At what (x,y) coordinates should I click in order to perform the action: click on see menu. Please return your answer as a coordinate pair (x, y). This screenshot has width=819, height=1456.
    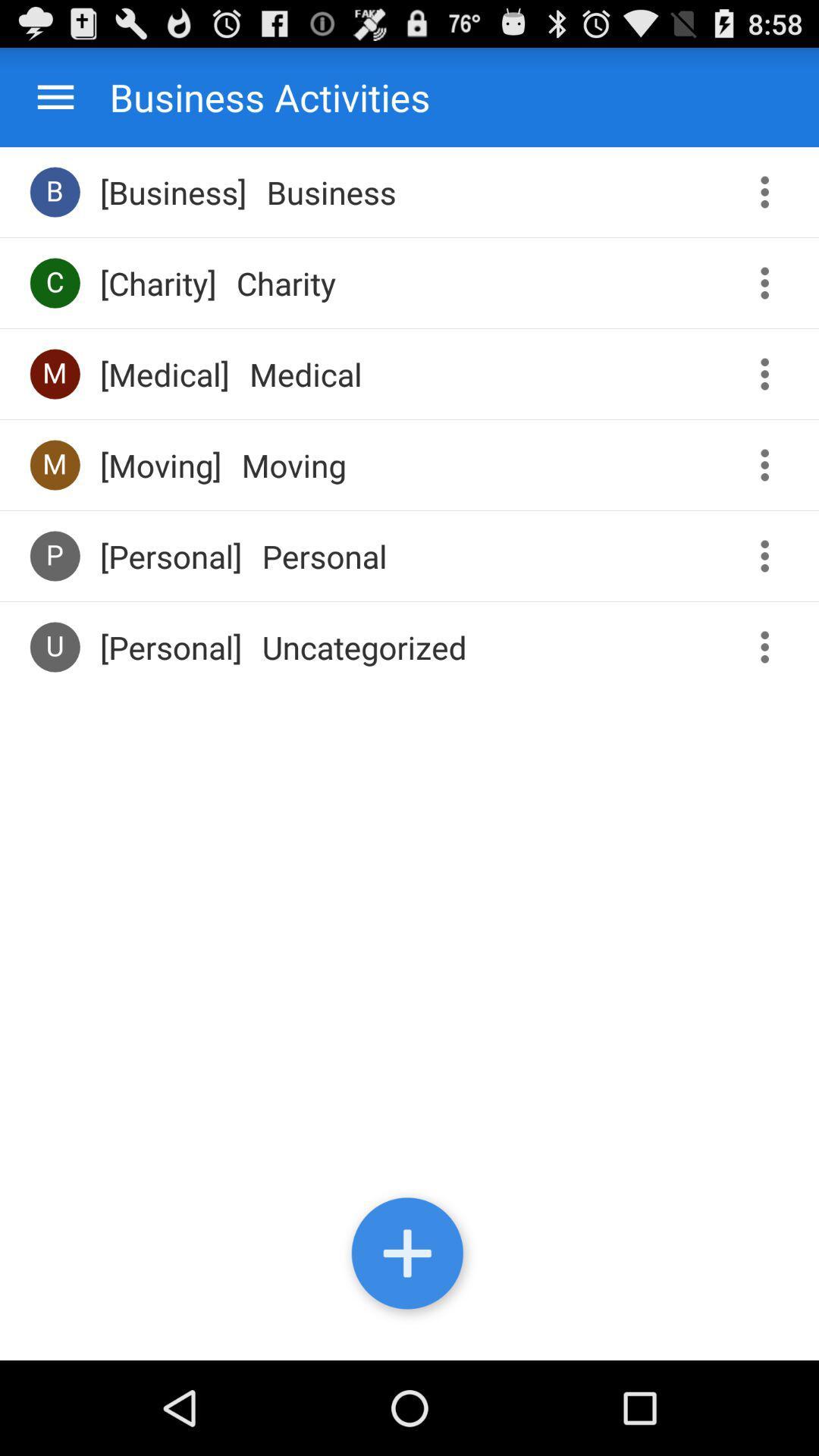
    Looking at the image, I should click on (770, 374).